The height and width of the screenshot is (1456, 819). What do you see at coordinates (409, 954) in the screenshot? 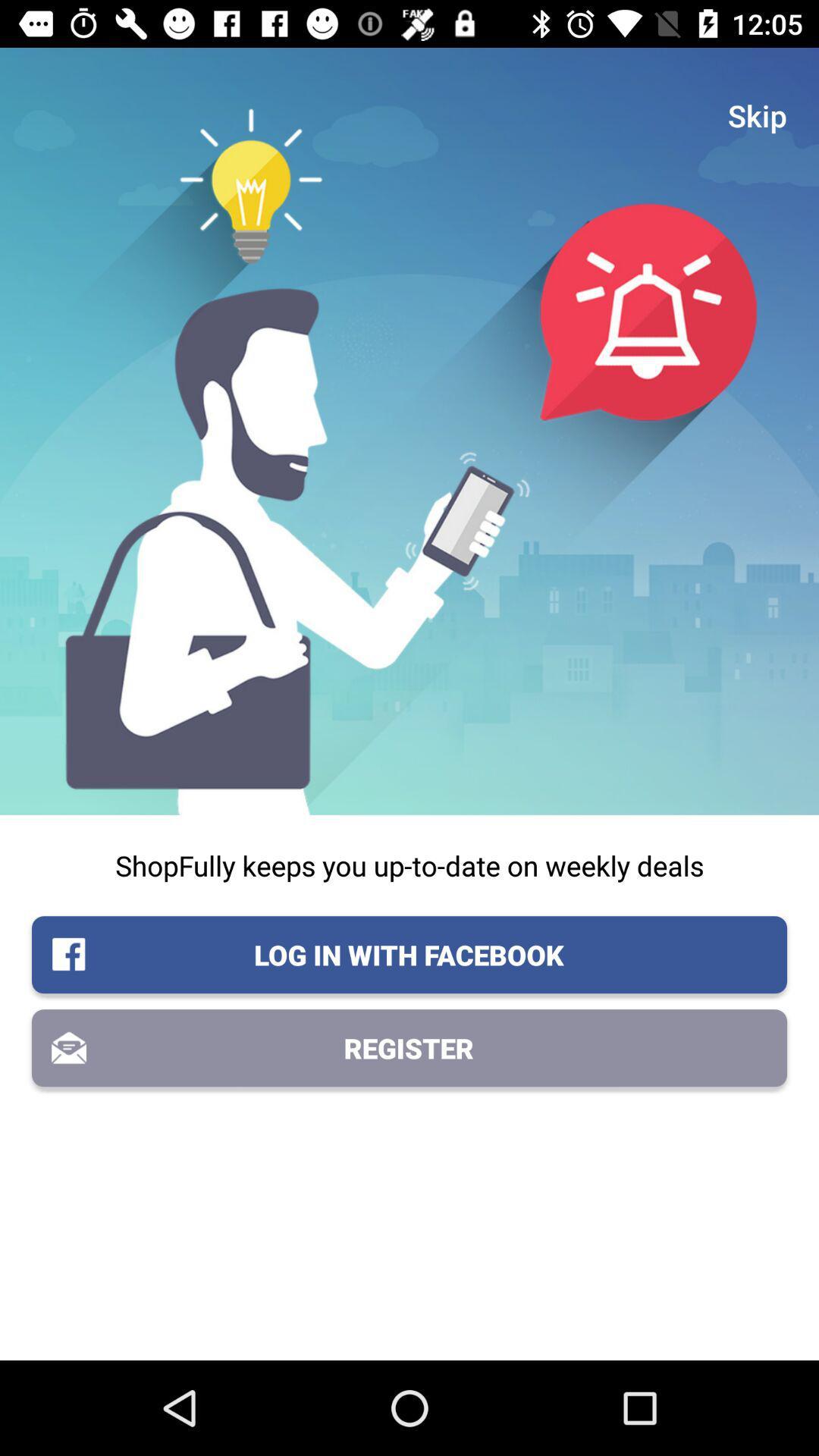
I see `the icon below the shopfully keeps you icon` at bounding box center [409, 954].